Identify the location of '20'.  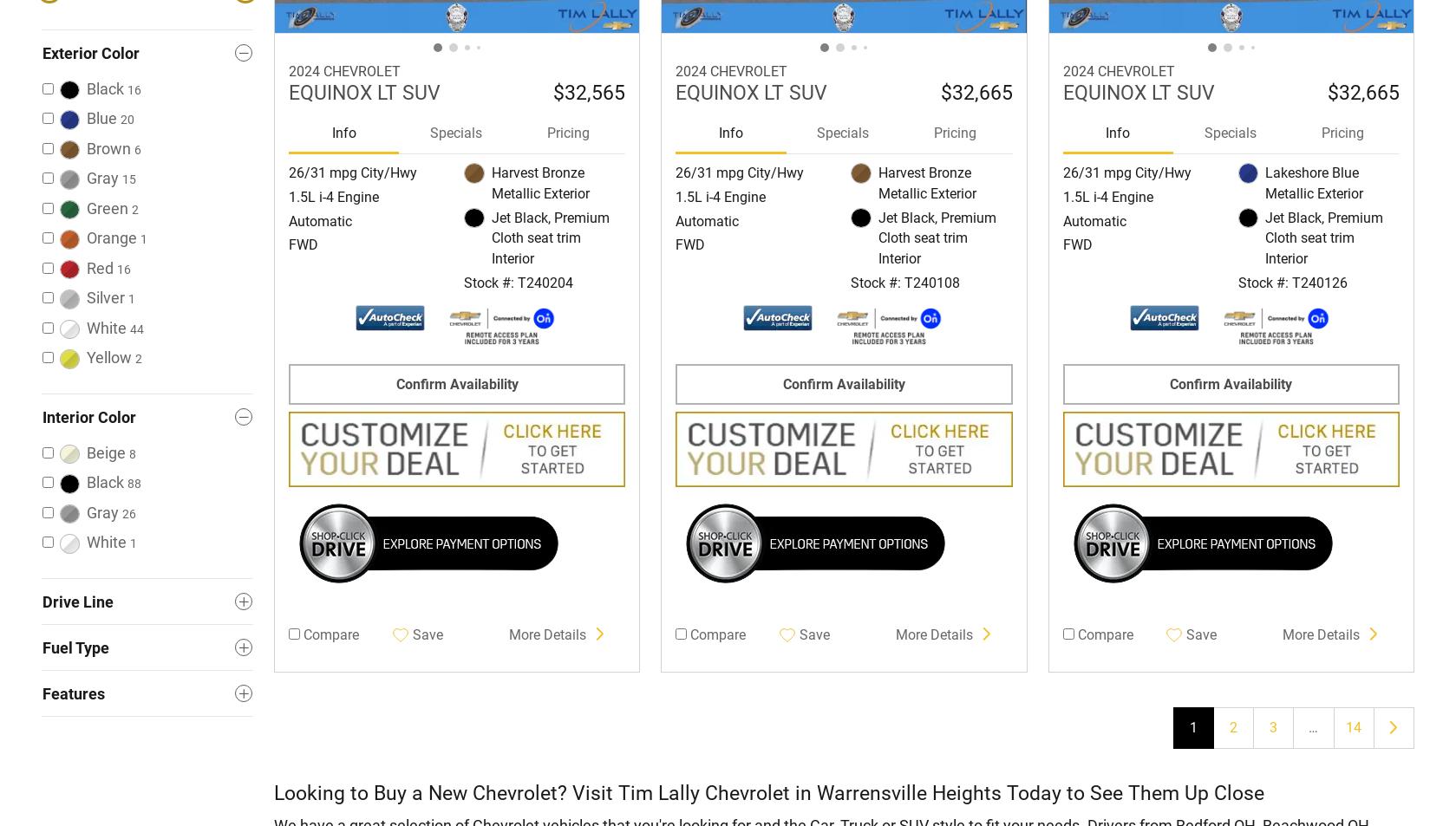
(127, 118).